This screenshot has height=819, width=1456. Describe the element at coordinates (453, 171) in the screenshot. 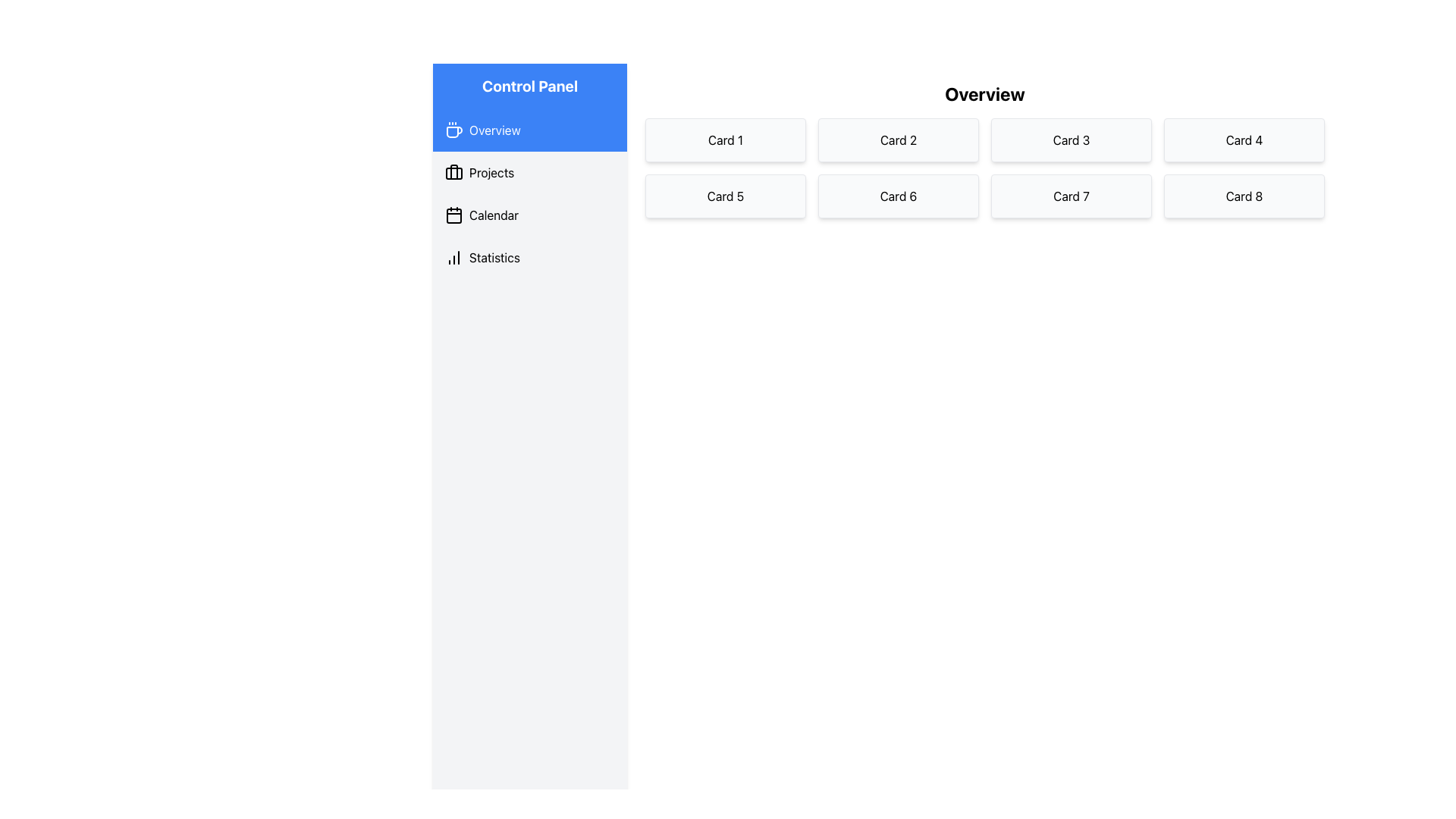

I see `the briefcase icon located in the navigation menu to the left of the 'Projects' text` at that location.